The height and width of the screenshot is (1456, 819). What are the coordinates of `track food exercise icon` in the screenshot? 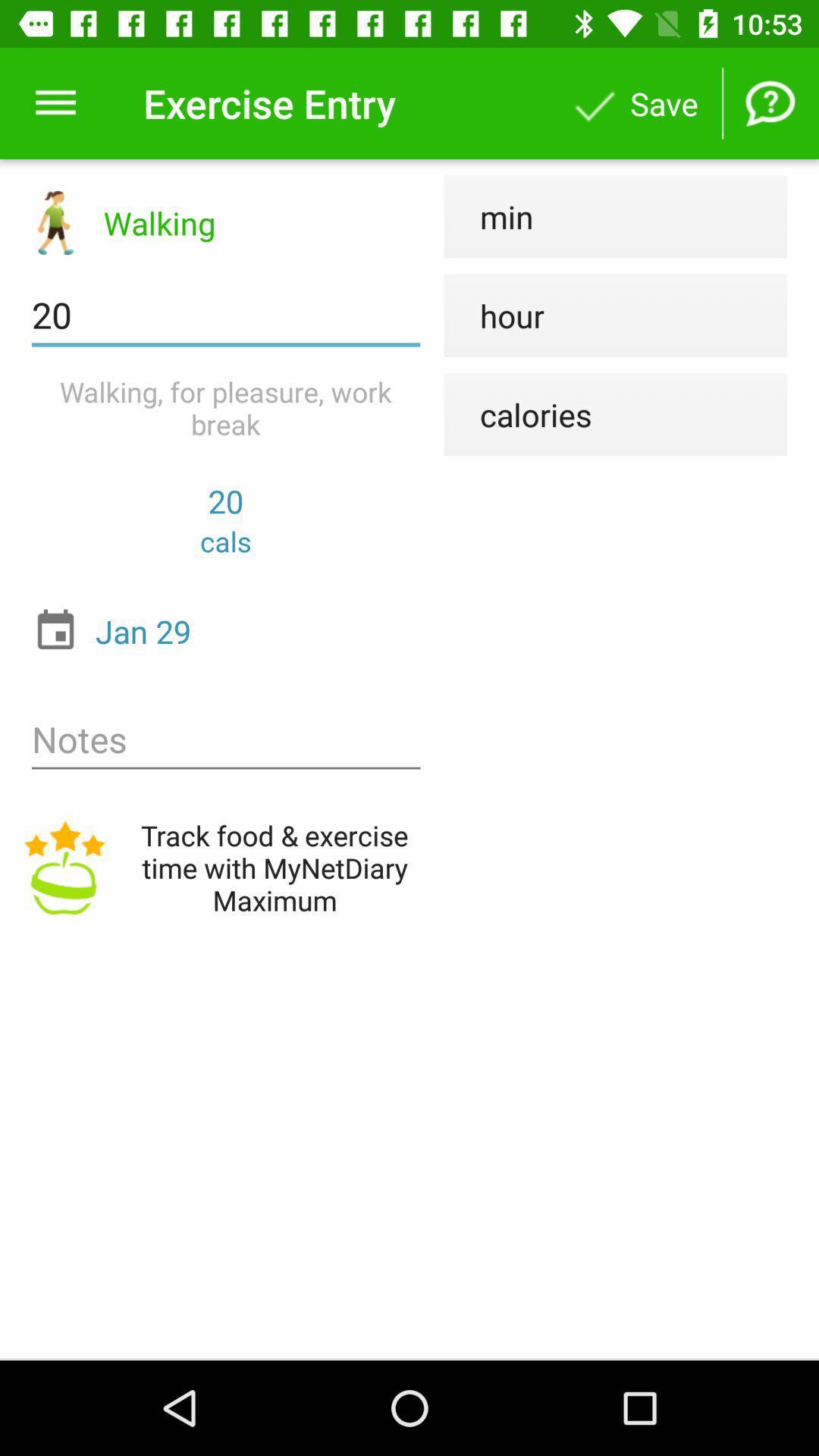 It's located at (226, 868).